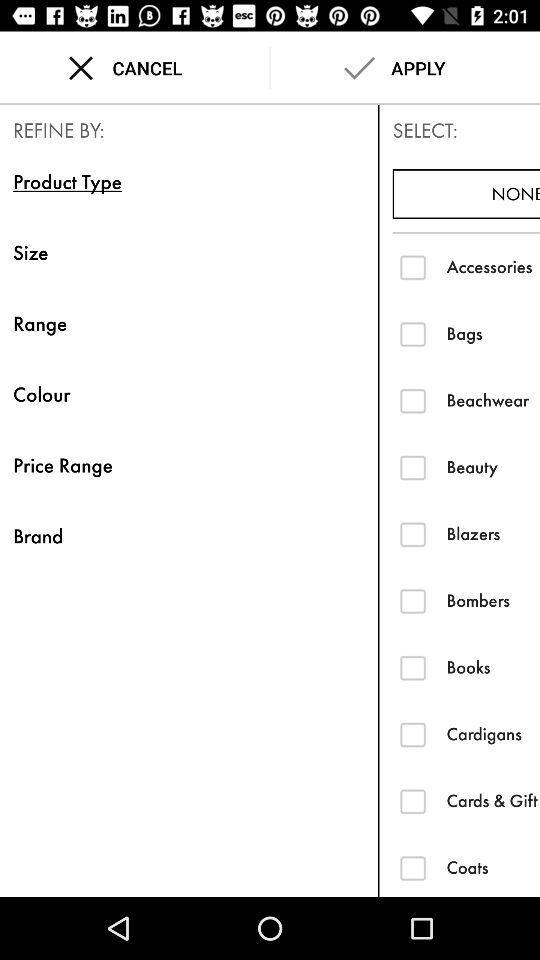 The width and height of the screenshot is (540, 960). Describe the element at coordinates (492, 600) in the screenshot. I see `the item above books icon` at that location.